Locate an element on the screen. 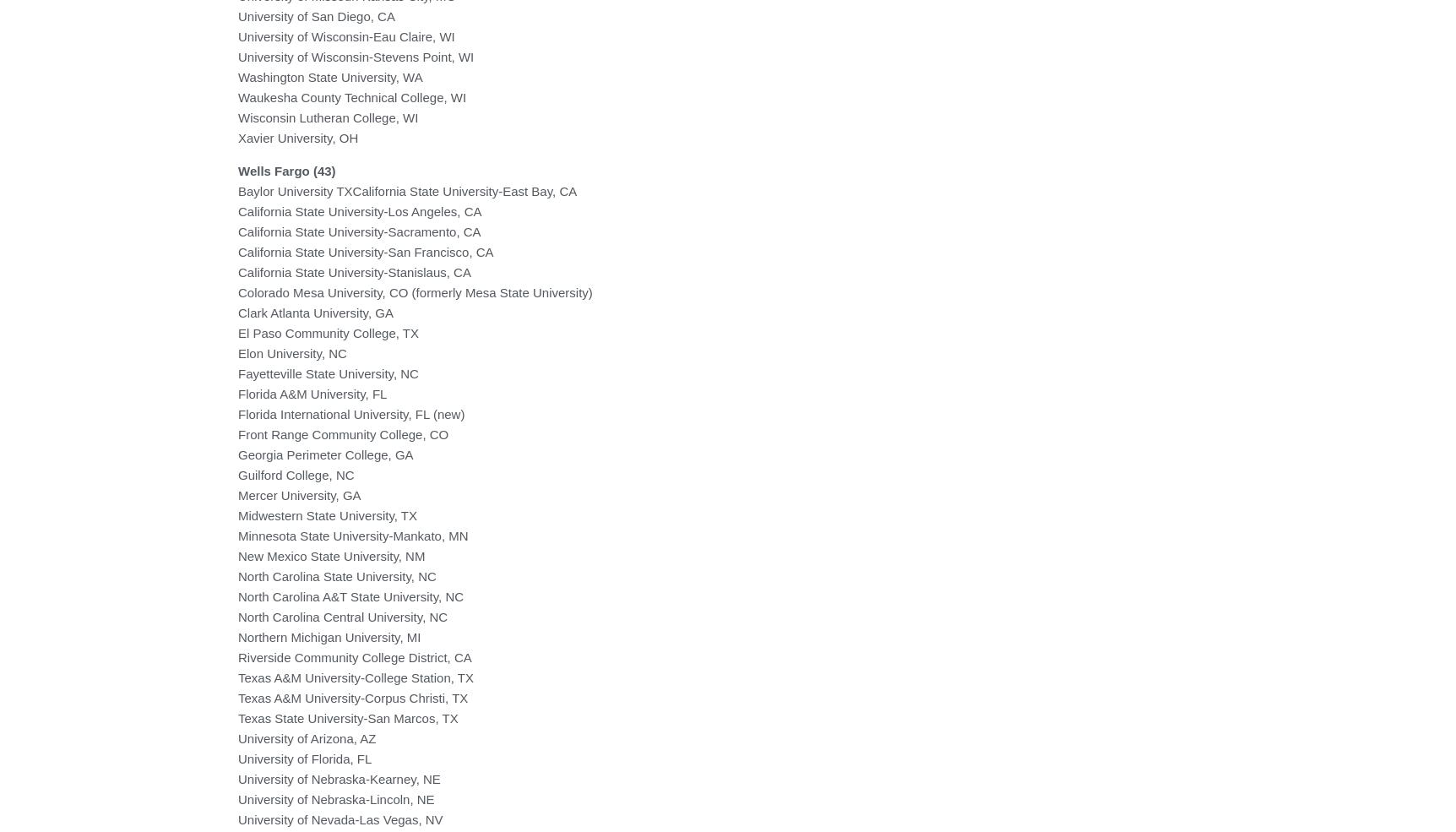 This screenshot has width=1456, height=832. 'El Paso Community College, TX' is located at coordinates (327, 332).